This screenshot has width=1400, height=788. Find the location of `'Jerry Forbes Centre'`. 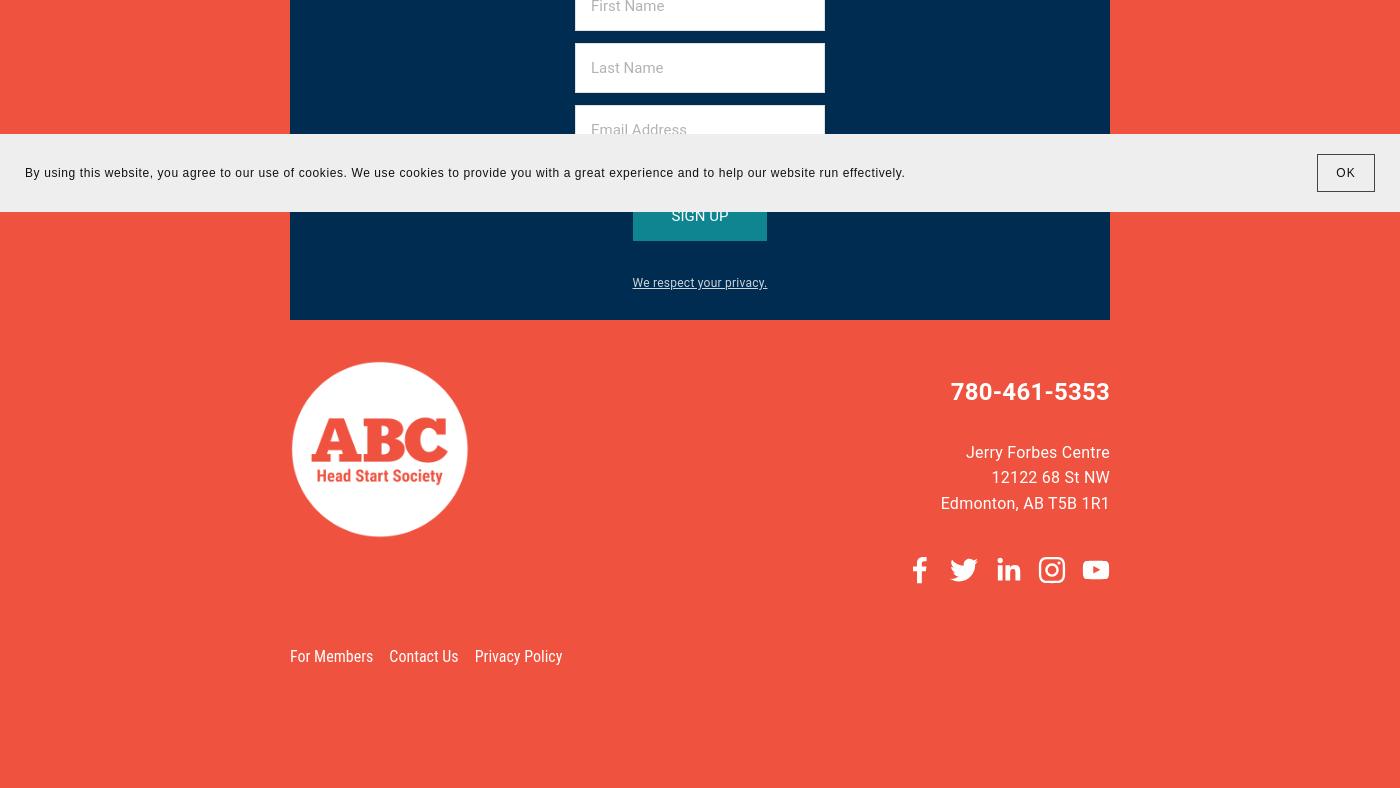

'Jerry Forbes Centre' is located at coordinates (965, 450).